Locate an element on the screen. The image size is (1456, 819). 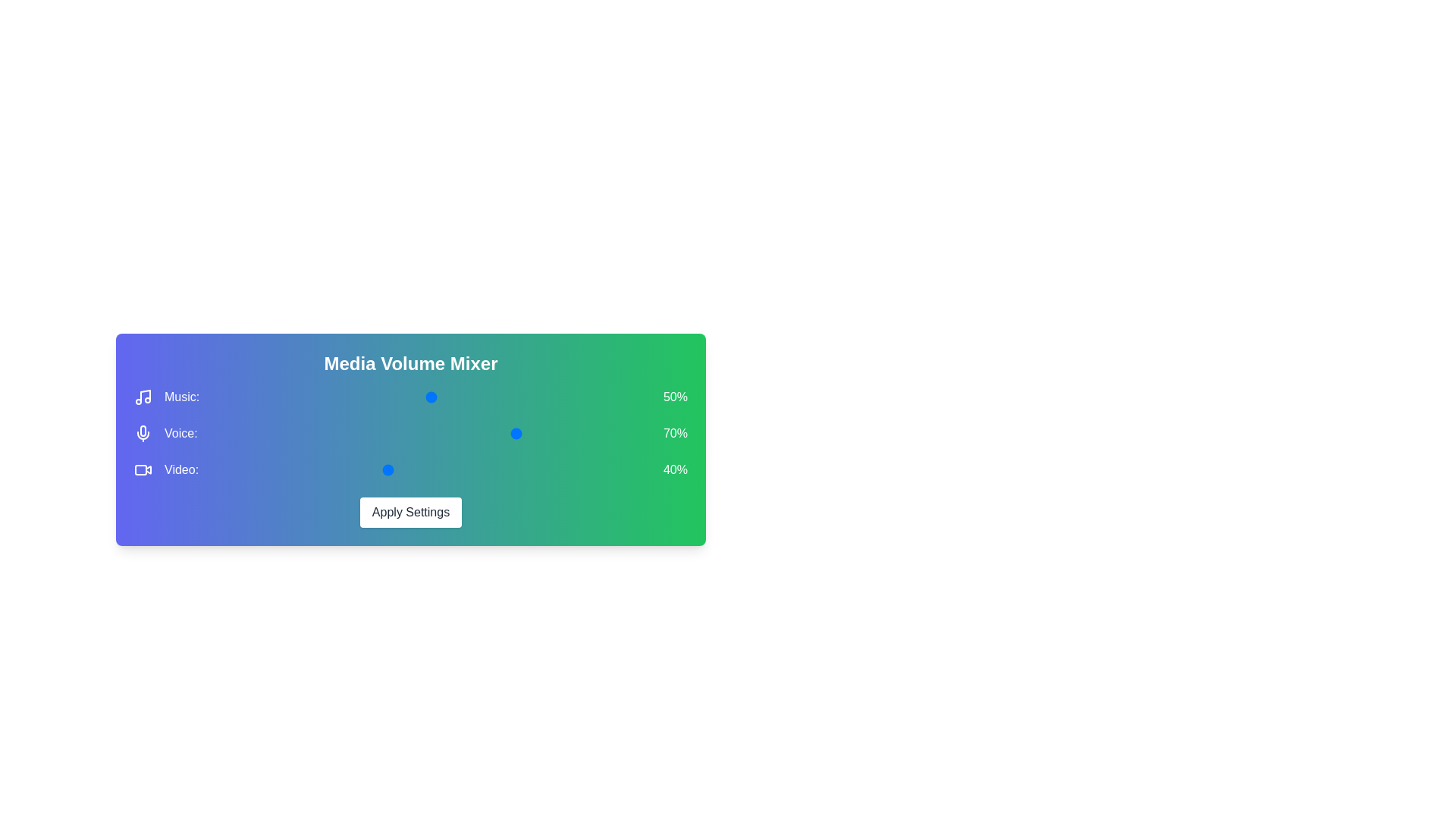
the 'Media Volume Mixer' text heading to focus on it is located at coordinates (411, 363).